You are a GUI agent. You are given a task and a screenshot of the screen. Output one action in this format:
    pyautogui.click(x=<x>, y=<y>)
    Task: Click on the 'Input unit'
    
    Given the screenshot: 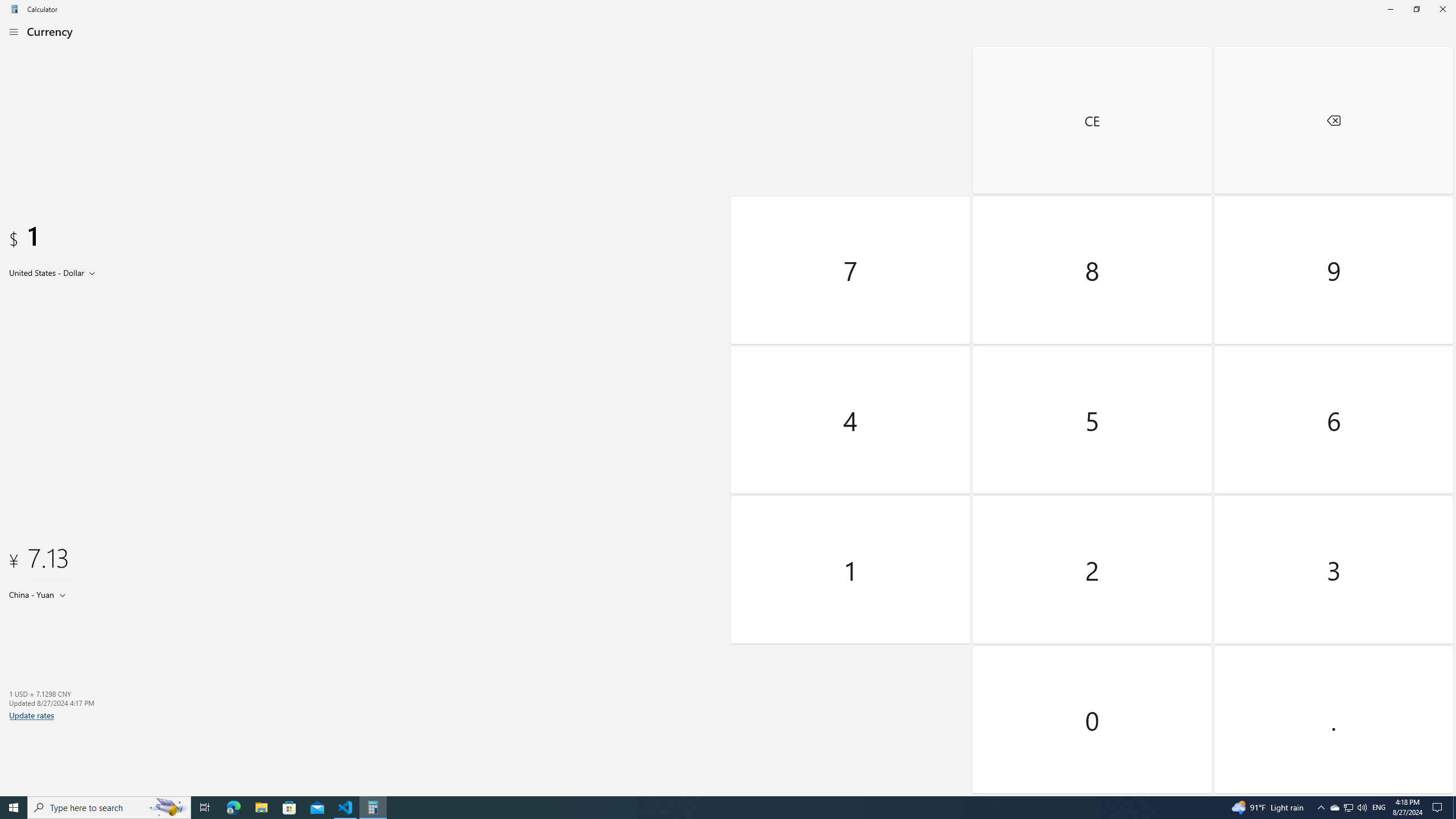 What is the action you would take?
    pyautogui.click(x=54, y=272)
    